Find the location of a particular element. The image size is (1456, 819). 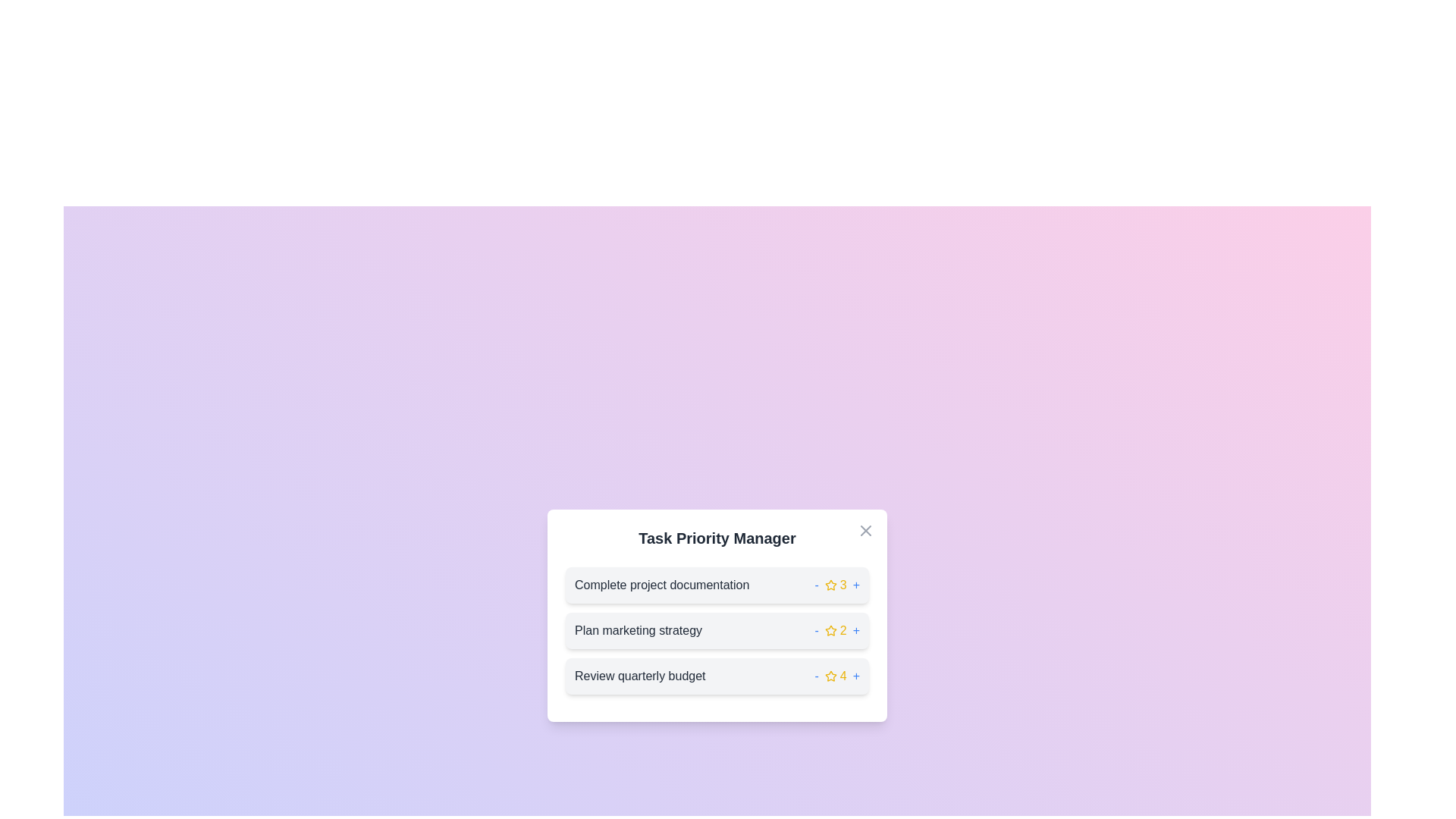

close button in the top-right corner of the dialog is located at coordinates (866, 529).